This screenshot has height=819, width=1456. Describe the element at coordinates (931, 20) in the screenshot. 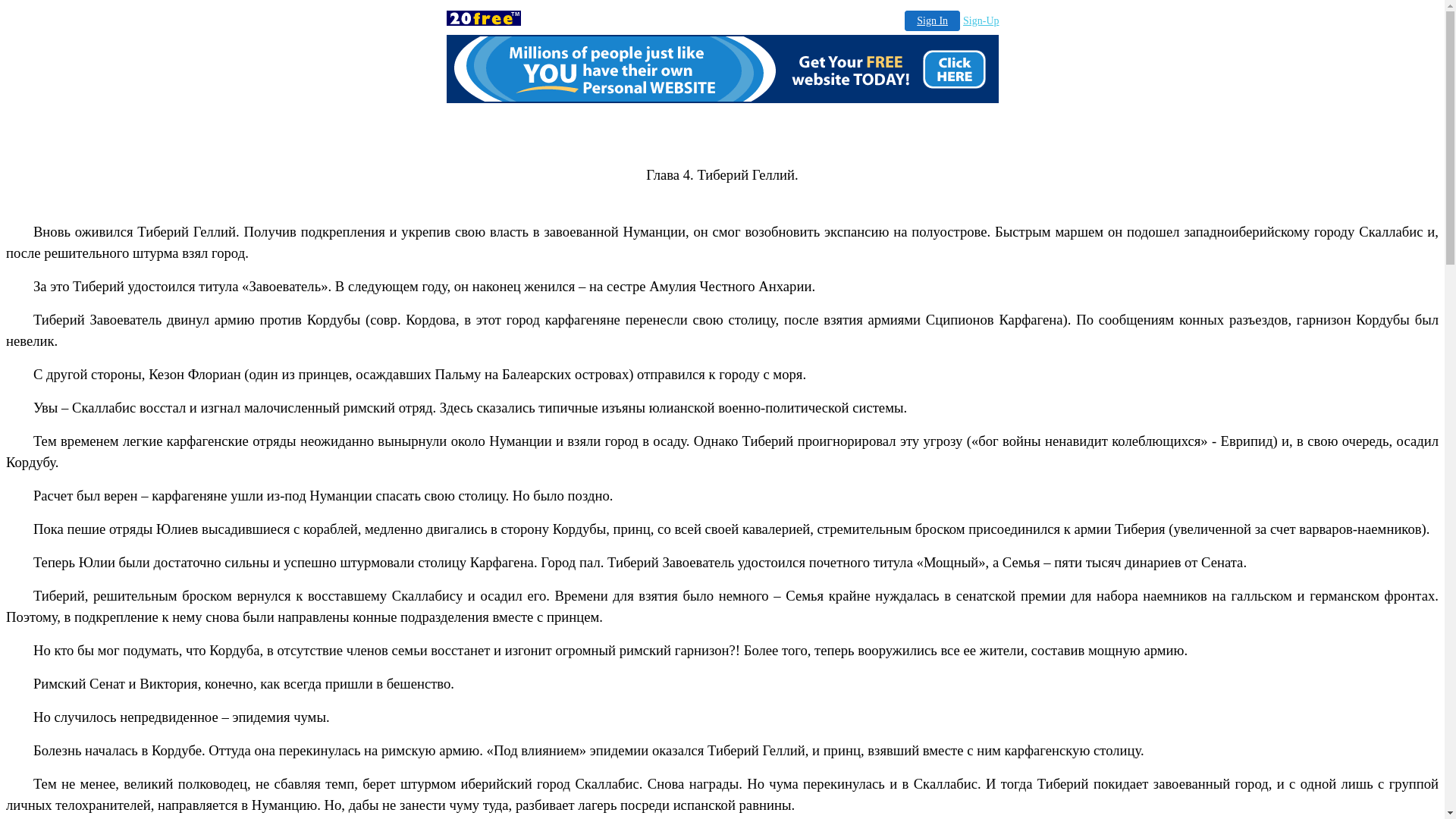

I see `'Sign In'` at that location.